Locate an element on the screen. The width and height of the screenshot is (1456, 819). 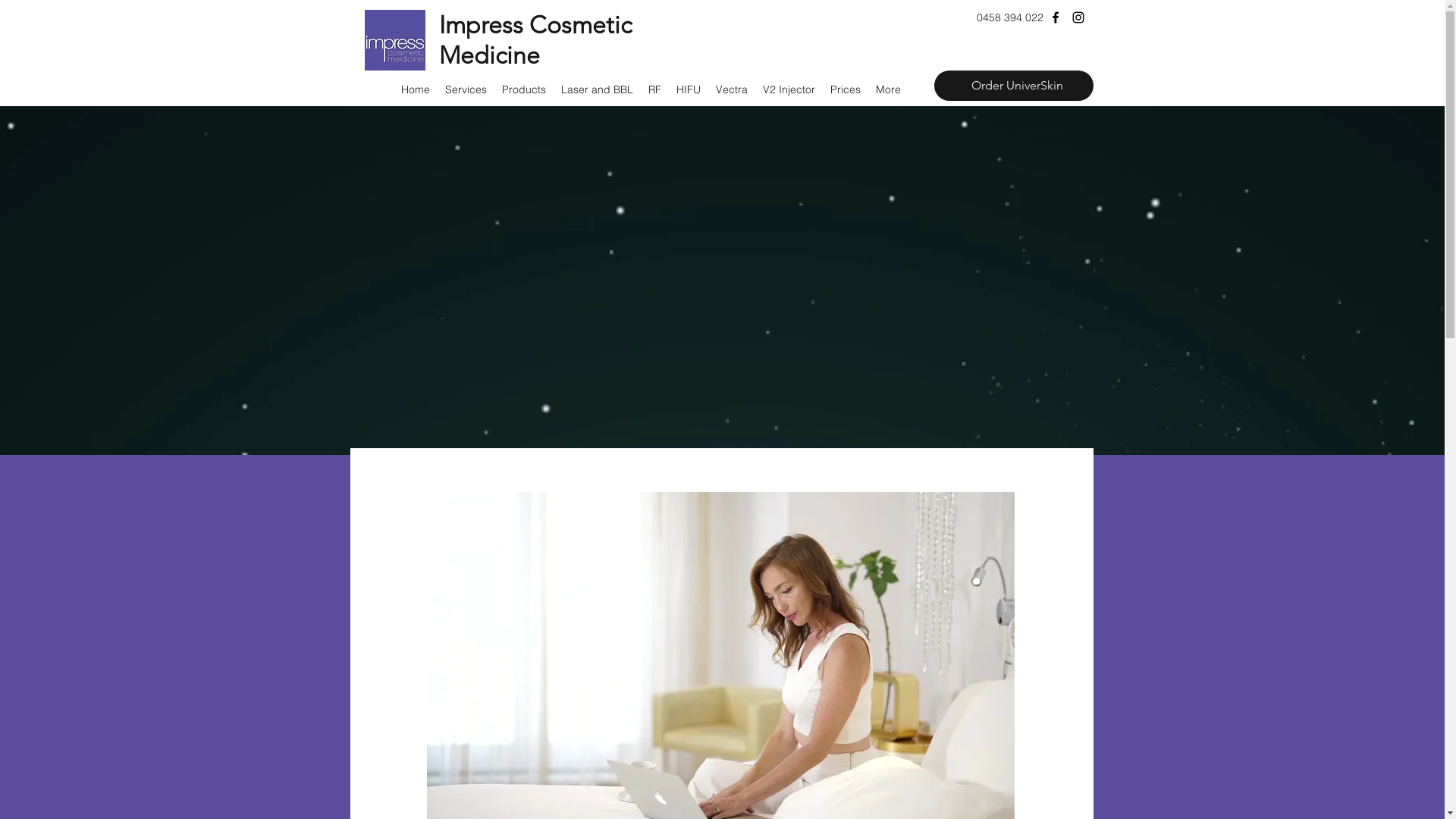
'HIFU' is located at coordinates (687, 89).